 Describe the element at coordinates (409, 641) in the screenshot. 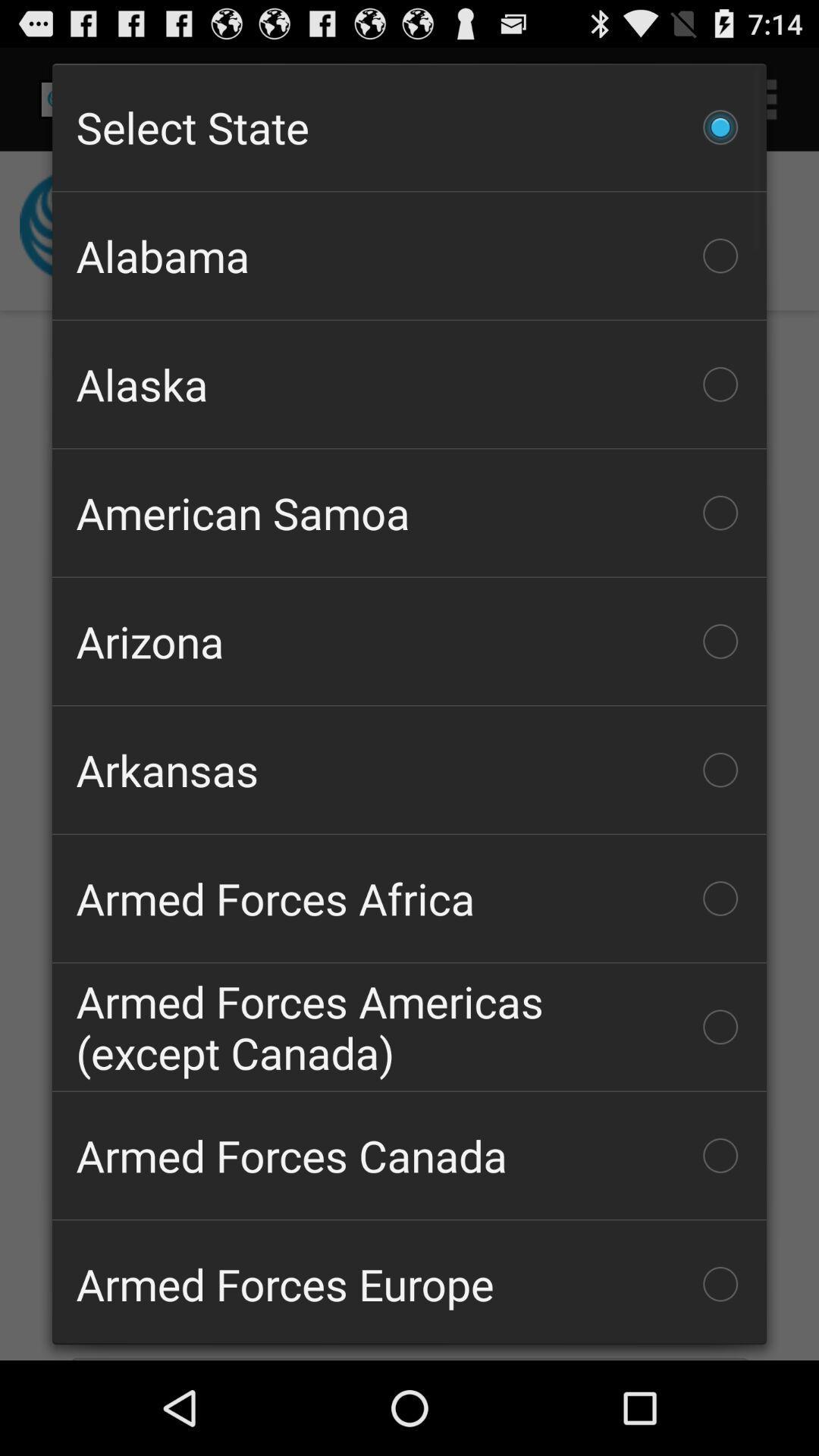

I see `the item below the american samoa icon` at that location.